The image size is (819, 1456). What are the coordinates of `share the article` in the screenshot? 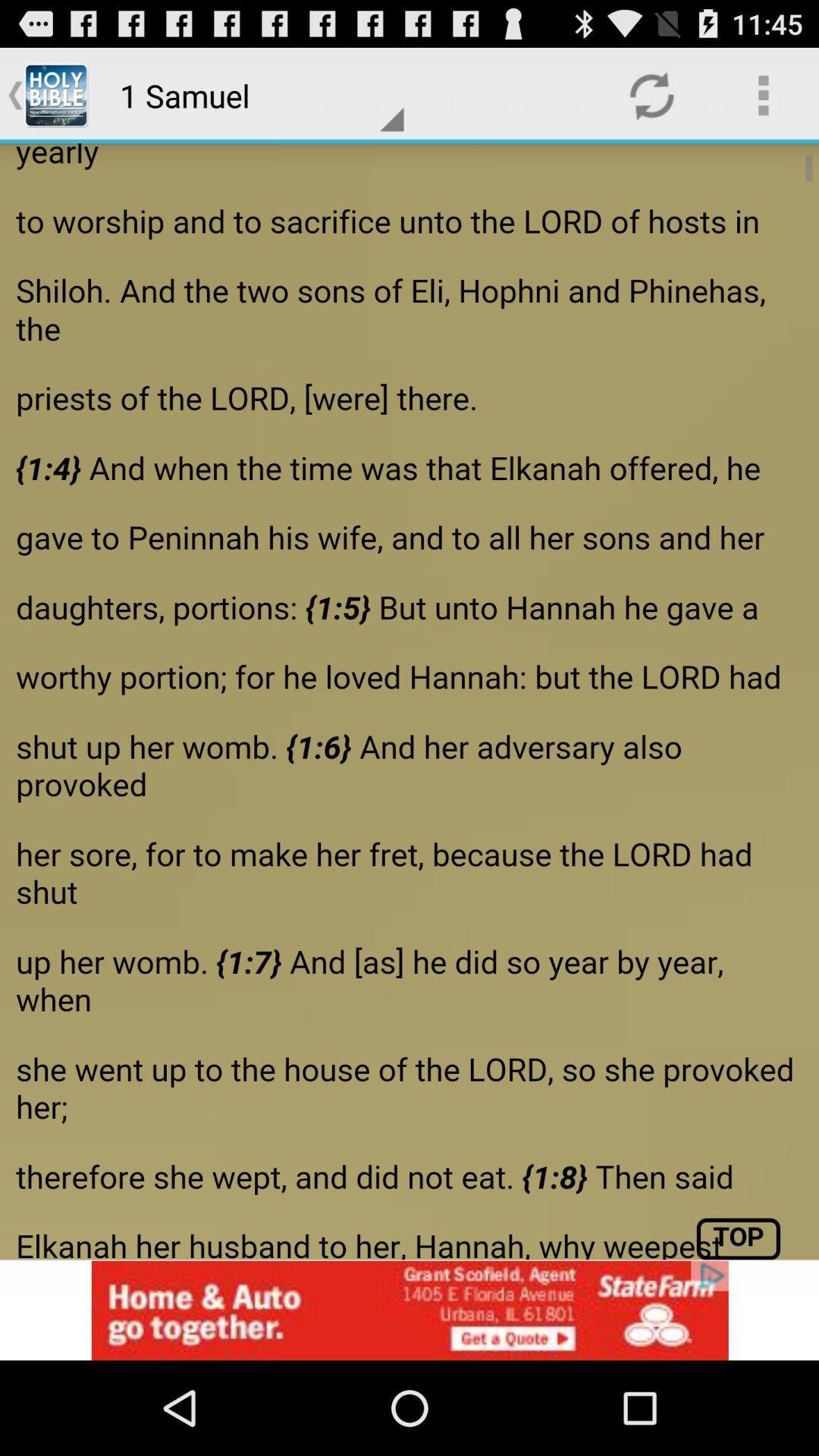 It's located at (409, 701).